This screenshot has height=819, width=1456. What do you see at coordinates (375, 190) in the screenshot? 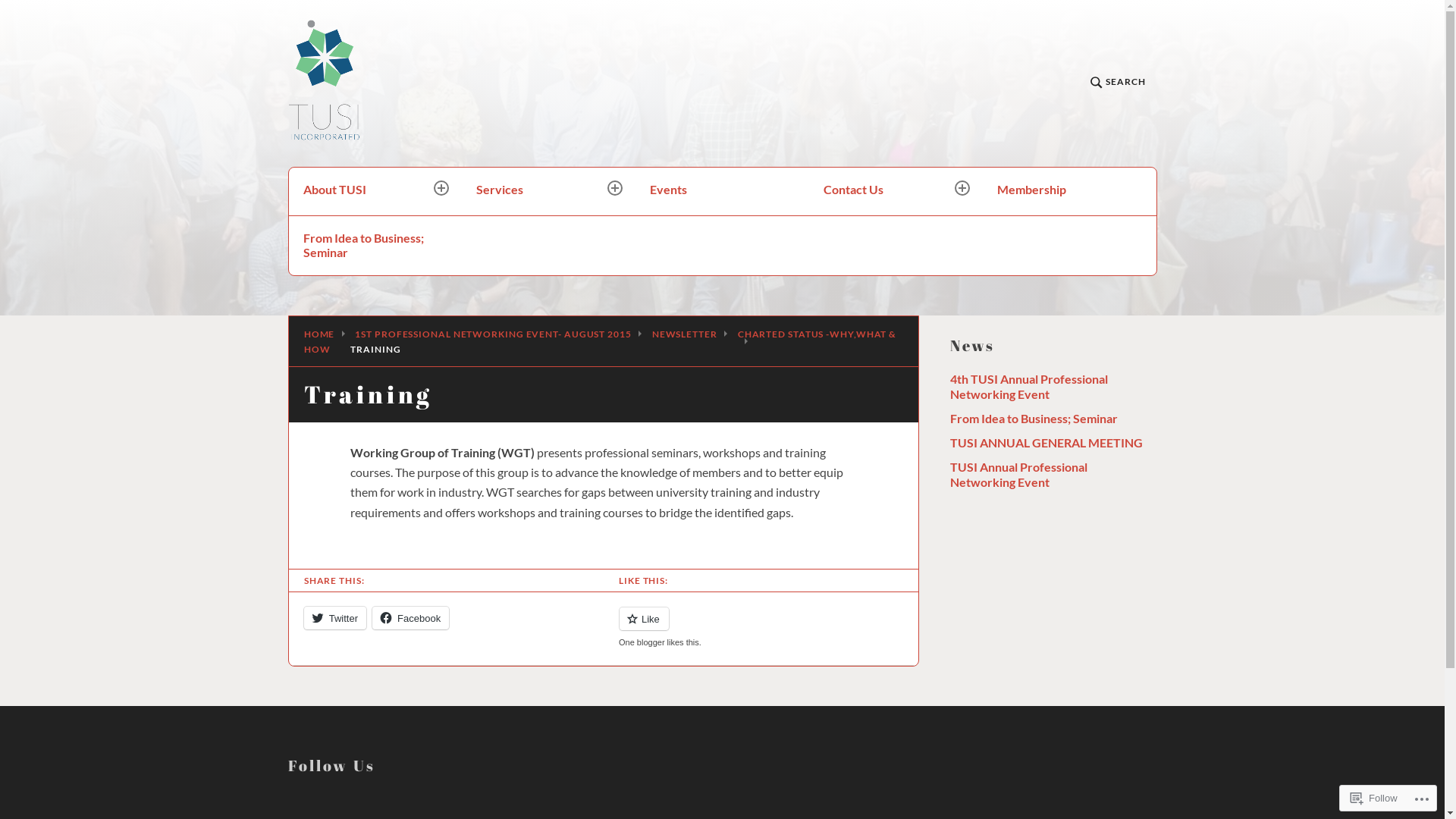
I see `'About TUSI'` at bounding box center [375, 190].